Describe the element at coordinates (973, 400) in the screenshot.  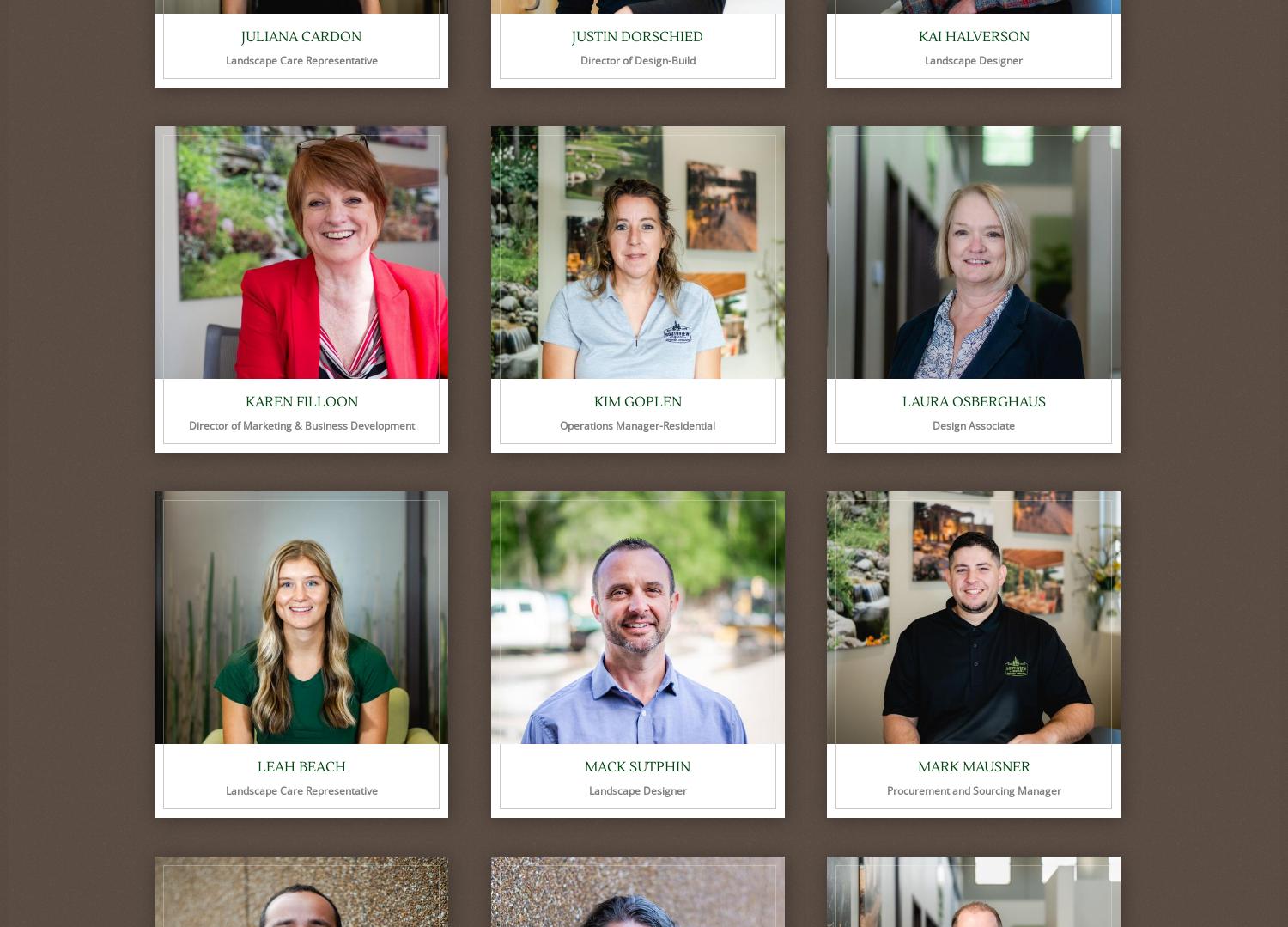
I see `'Laura Osberghaus'` at that location.